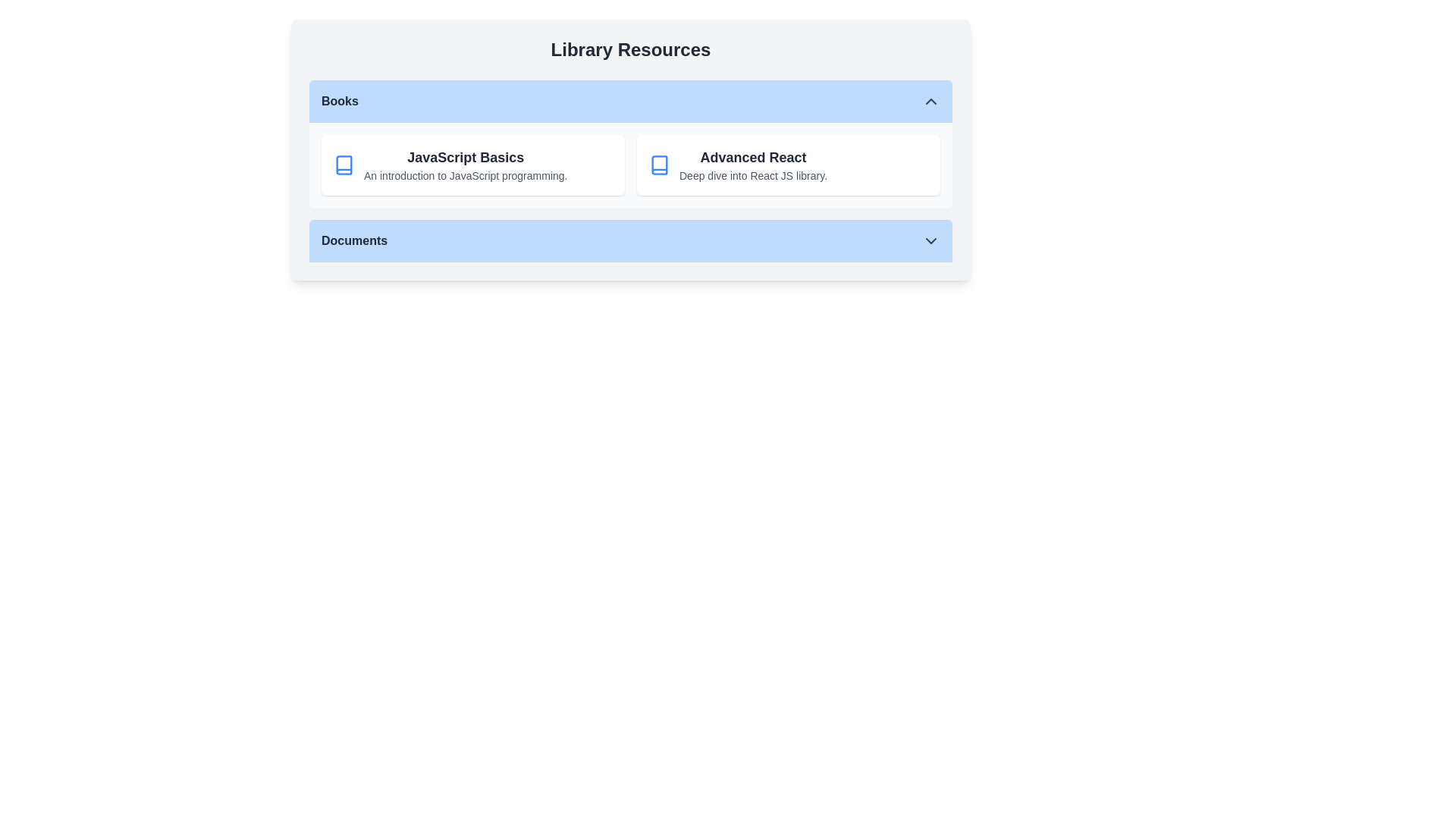 The height and width of the screenshot is (819, 1456). What do you see at coordinates (753, 158) in the screenshot?
I see `the 'Advanced React' text label` at bounding box center [753, 158].